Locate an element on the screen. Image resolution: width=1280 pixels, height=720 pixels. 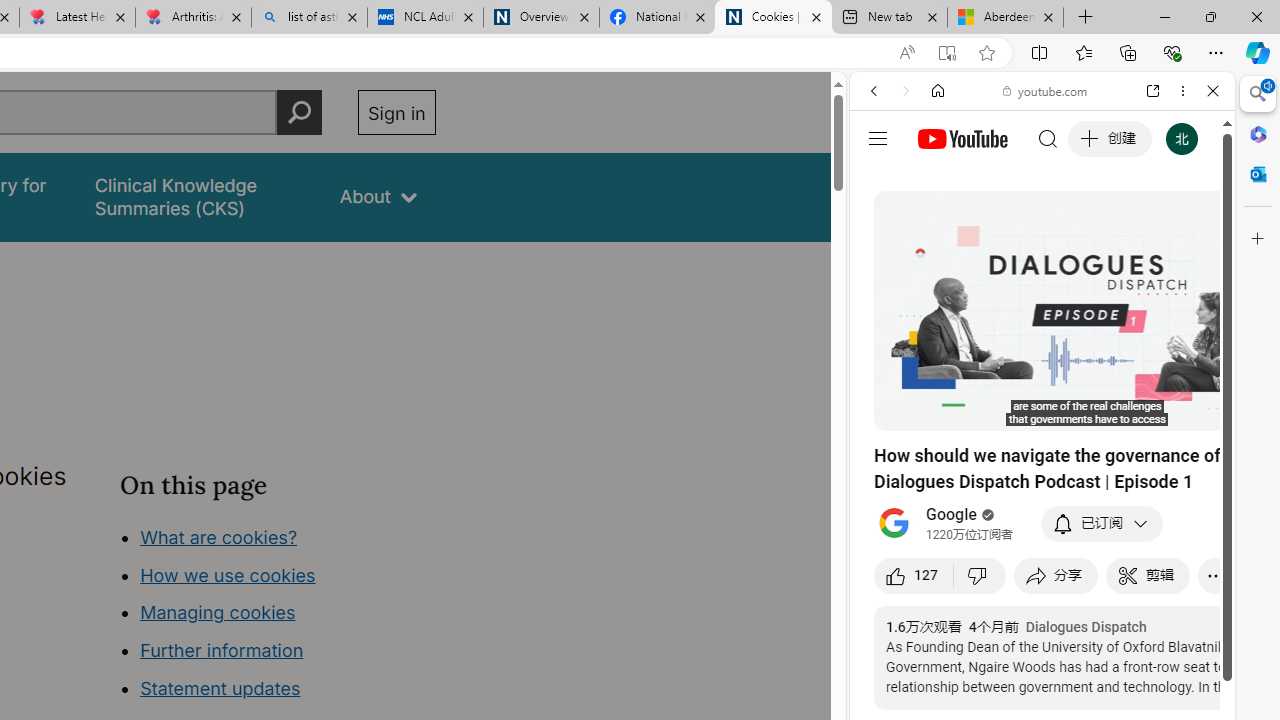
'Perform search' is located at coordinates (298, 112).